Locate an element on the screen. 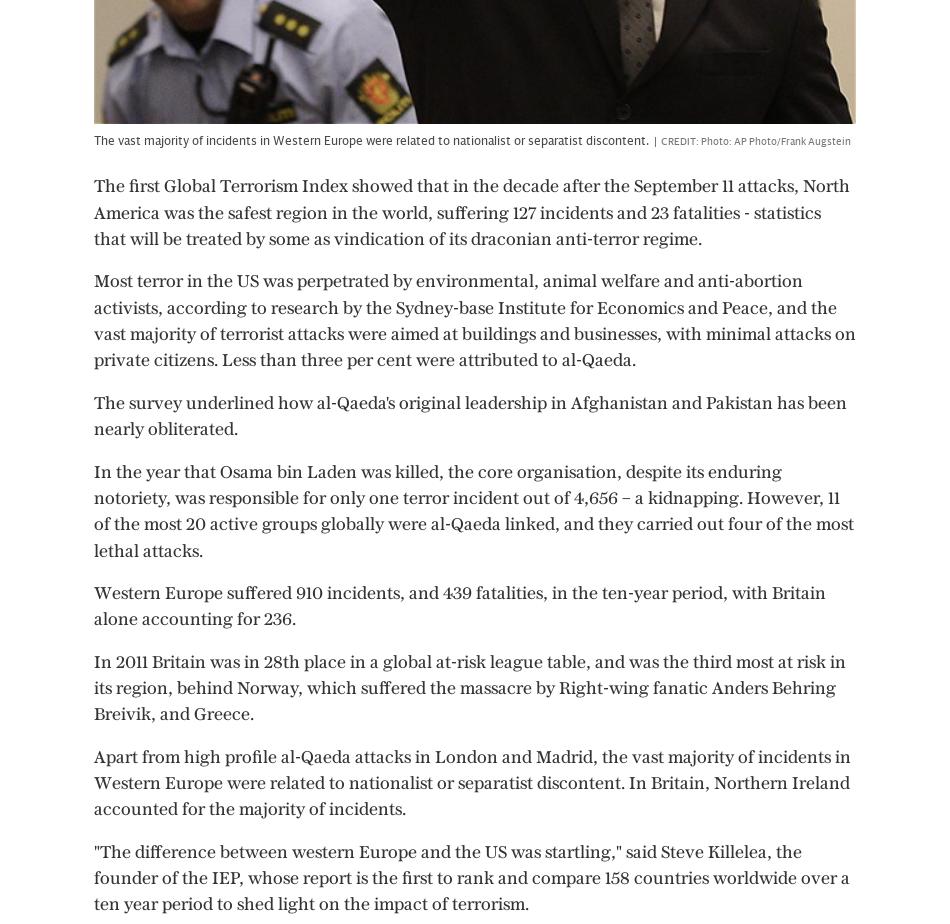  'About us' is located at coordinates (350, 898).